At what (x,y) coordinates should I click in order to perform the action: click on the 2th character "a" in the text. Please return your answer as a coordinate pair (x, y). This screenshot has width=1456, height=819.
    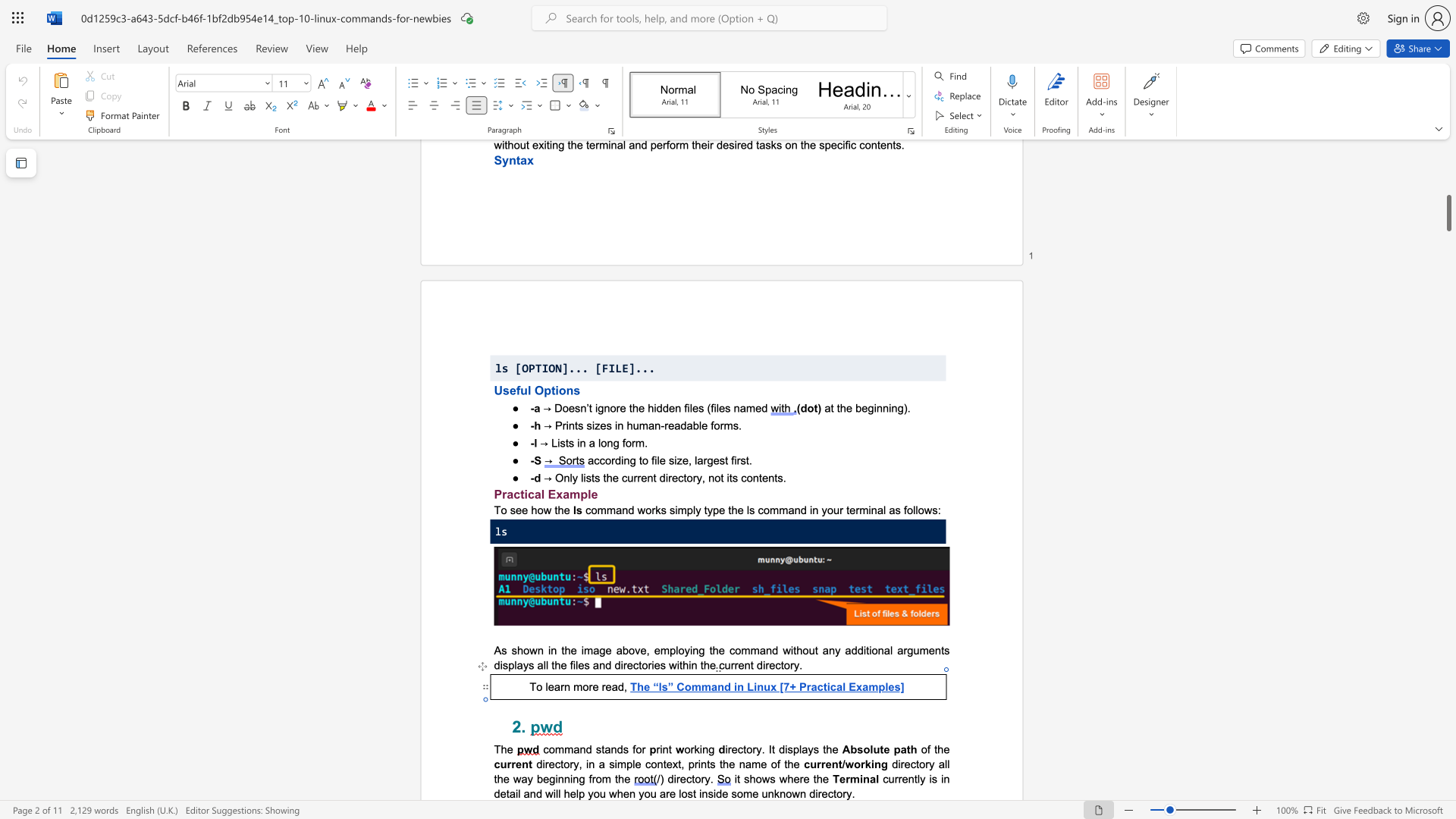
    Looking at the image, I should click on (526, 792).